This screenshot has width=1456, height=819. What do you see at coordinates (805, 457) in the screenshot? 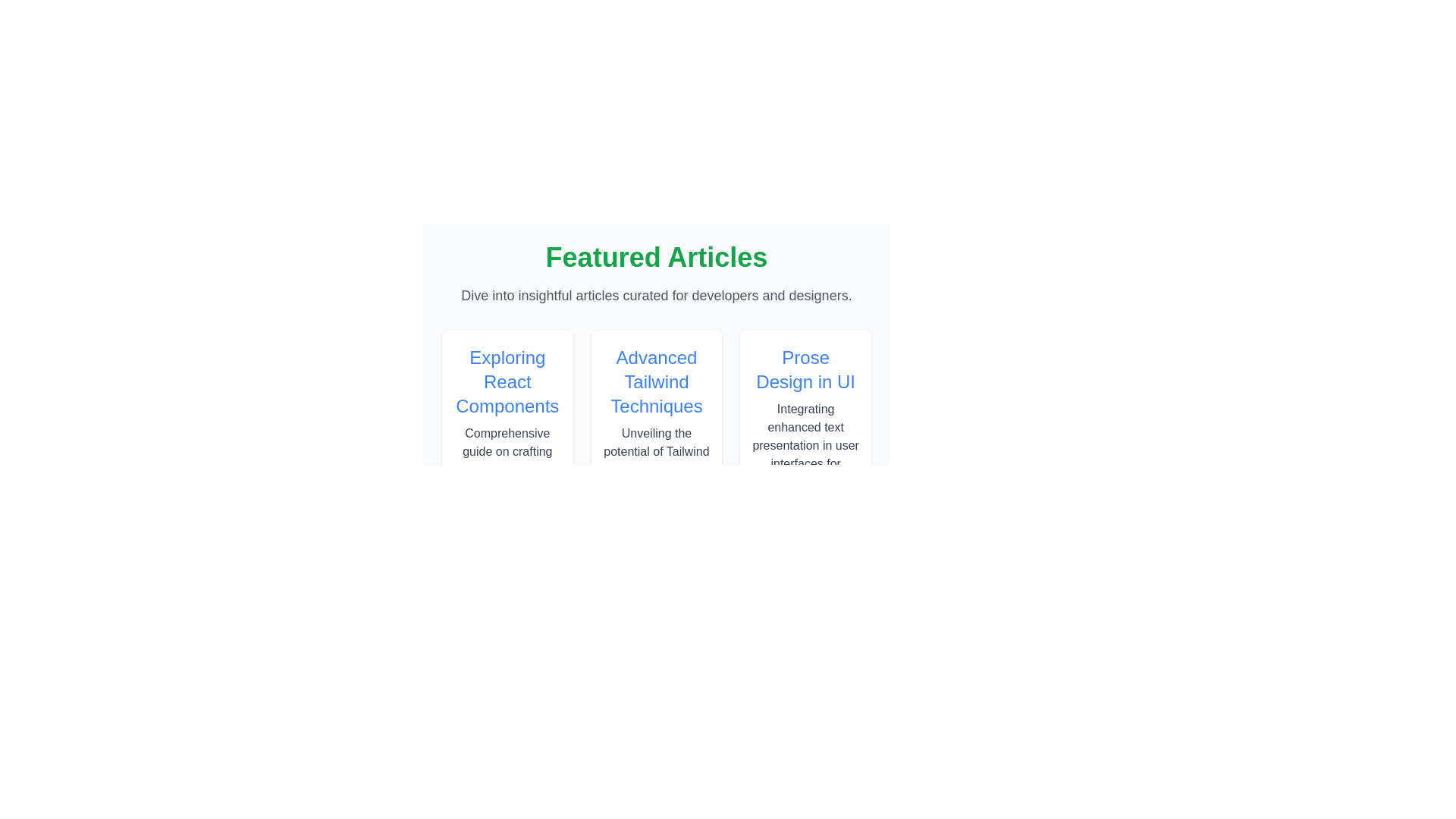
I see `the card component titled 'Prose Design in UI', which has a white background, rounded corners, and is located at the top-right of the group, adjacent to 'Advanced Tailwind Techniques'` at bounding box center [805, 457].